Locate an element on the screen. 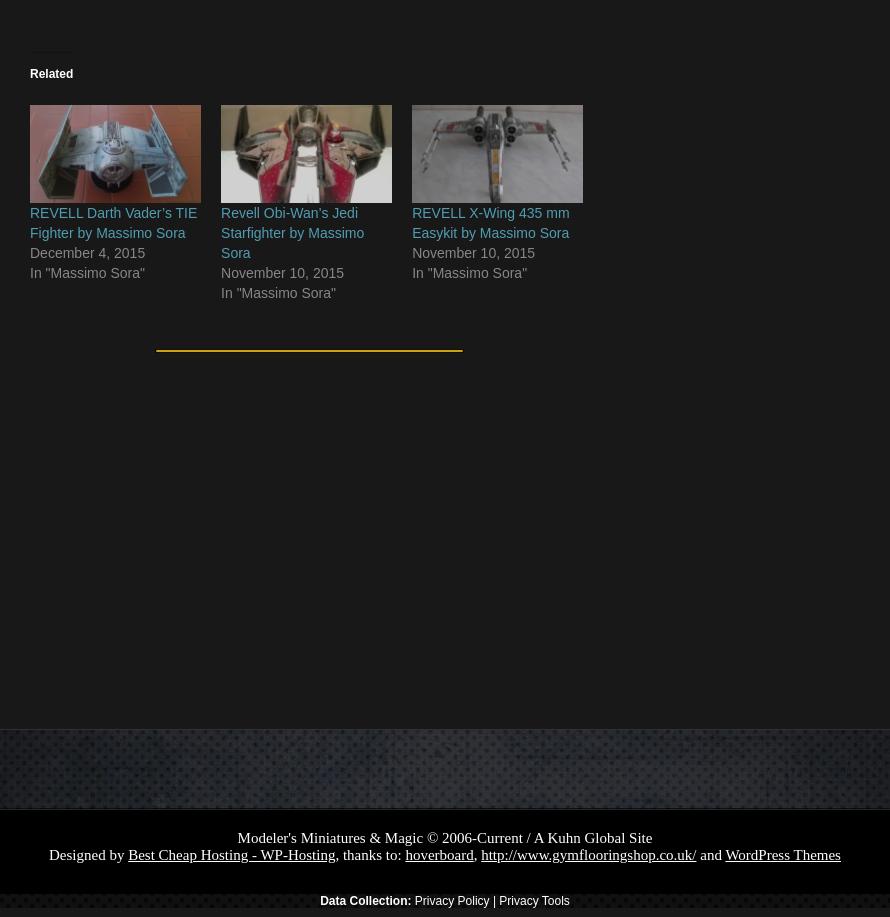  'Privacy Tools' is located at coordinates (533, 900).